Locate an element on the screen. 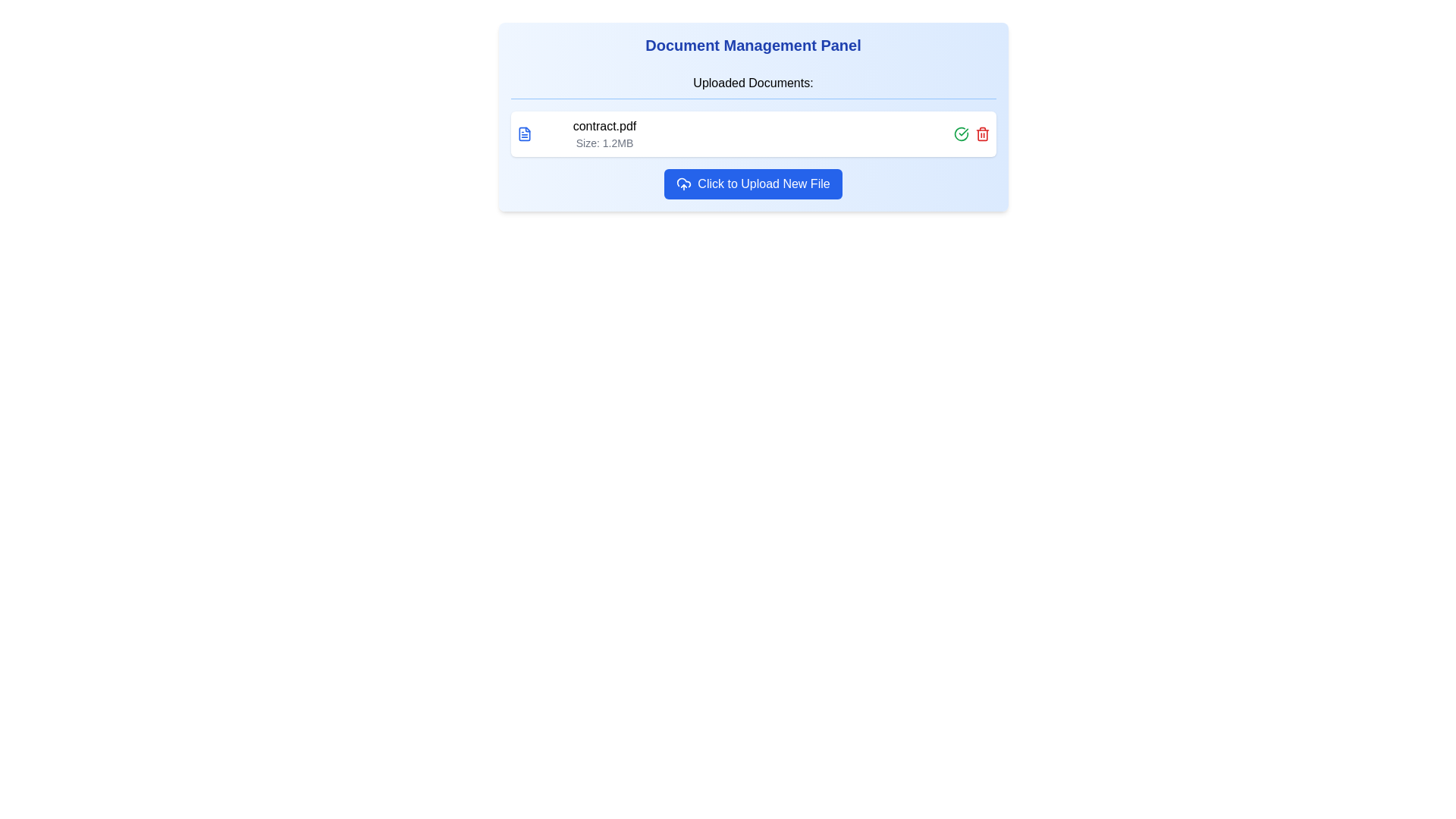 Image resolution: width=1456 pixels, height=819 pixels. the text label displaying the filename 'contract.pdf' in the 'Uploaded Documents' panel is located at coordinates (604, 125).